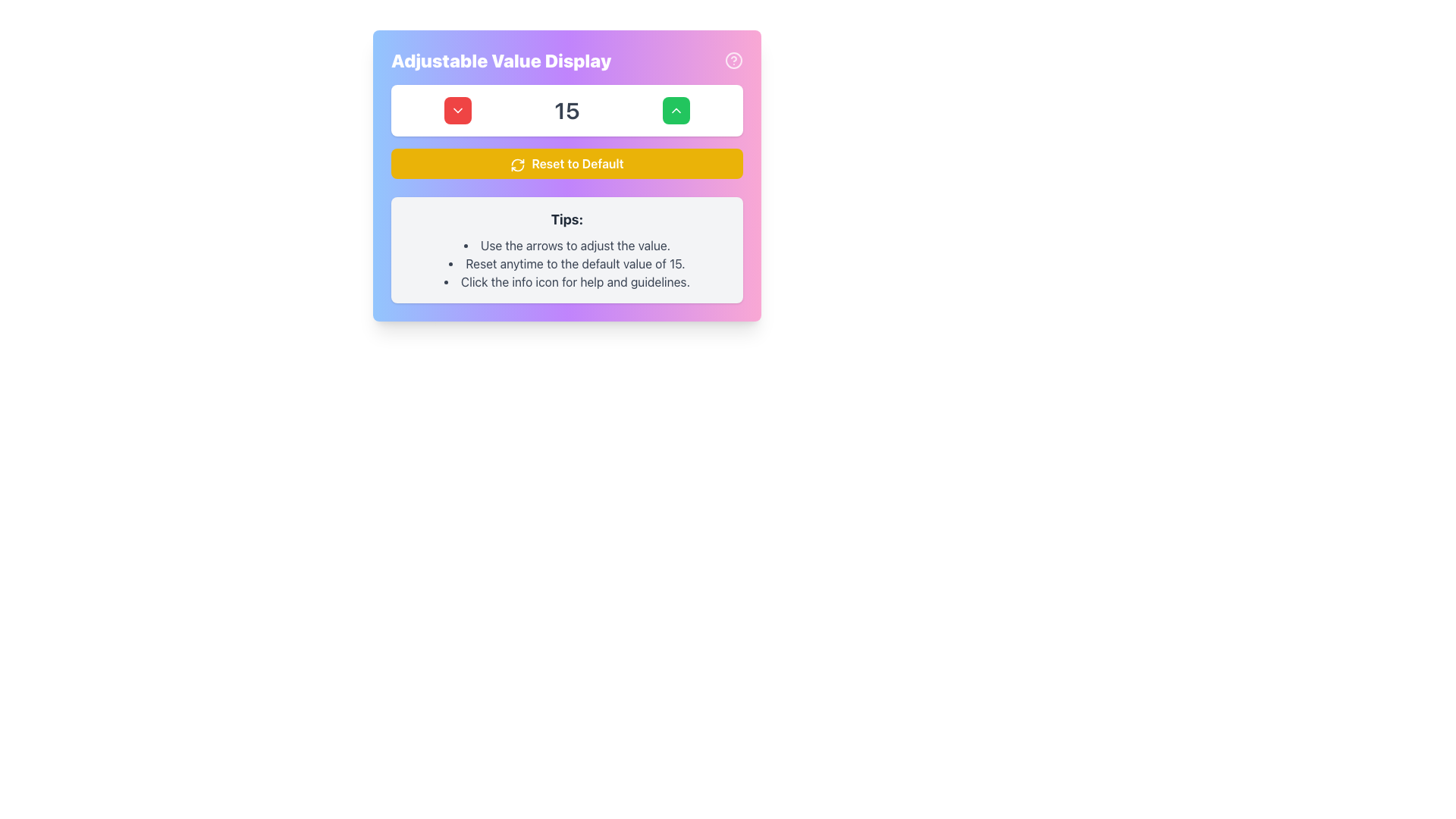 This screenshot has width=1456, height=819. What do you see at coordinates (566, 60) in the screenshot?
I see `the prominent text header displaying 'Adjustable Value Display', which is styled in bold, large, white text against a colorful gradient background` at bounding box center [566, 60].